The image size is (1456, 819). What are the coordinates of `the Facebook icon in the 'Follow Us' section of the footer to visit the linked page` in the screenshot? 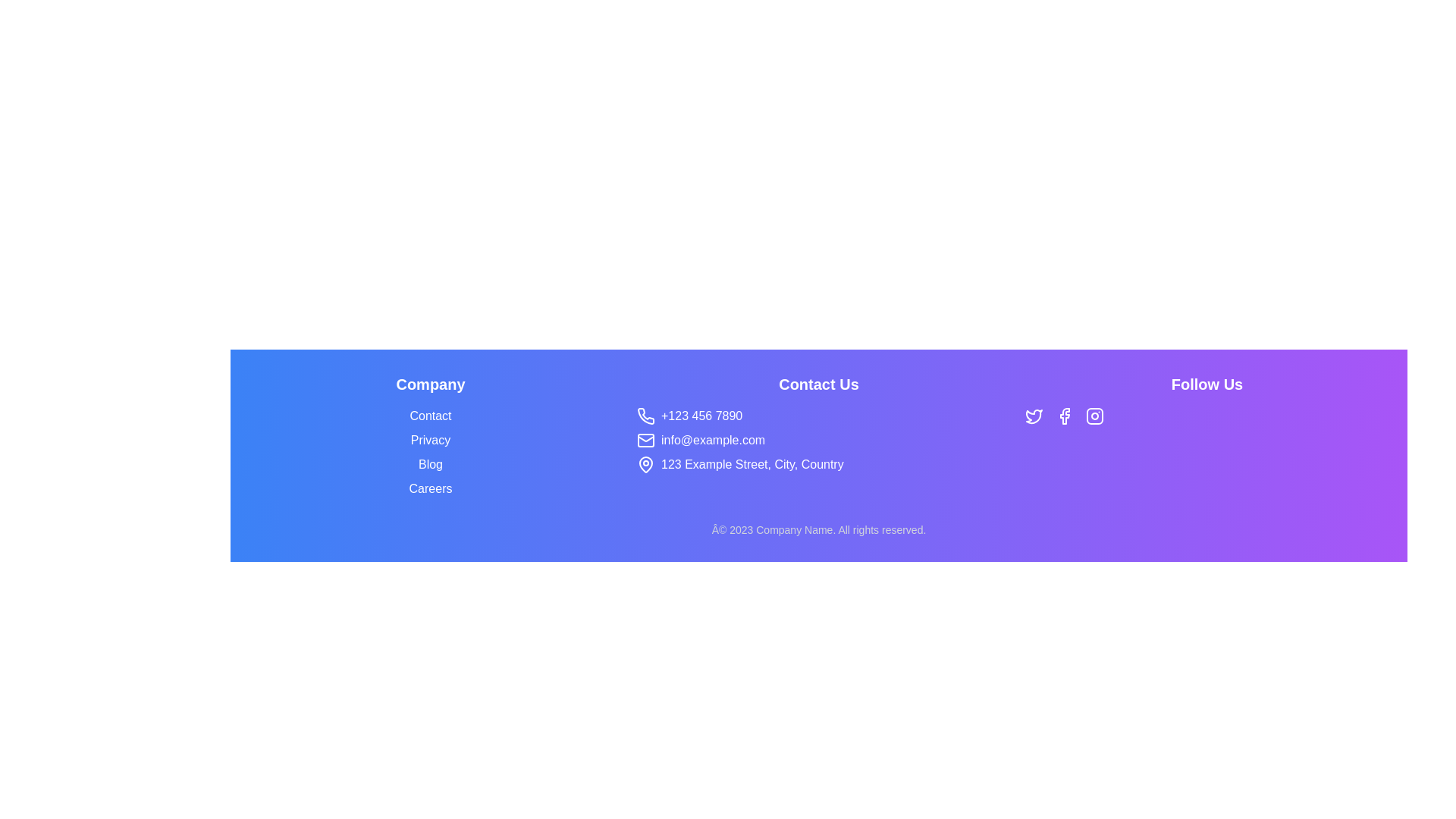 It's located at (1063, 416).